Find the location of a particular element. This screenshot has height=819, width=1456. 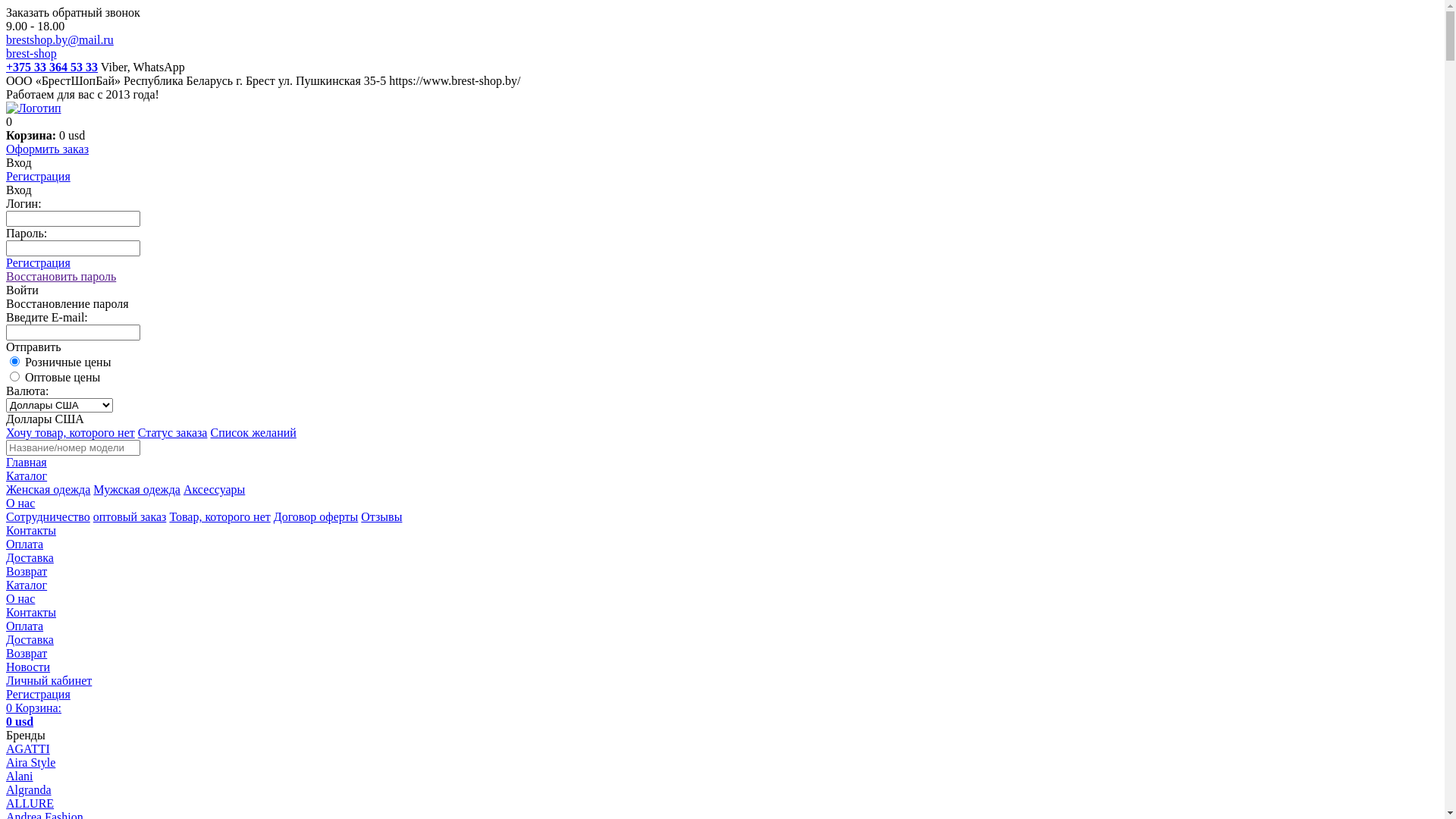

'Alani' is located at coordinates (6, 776).